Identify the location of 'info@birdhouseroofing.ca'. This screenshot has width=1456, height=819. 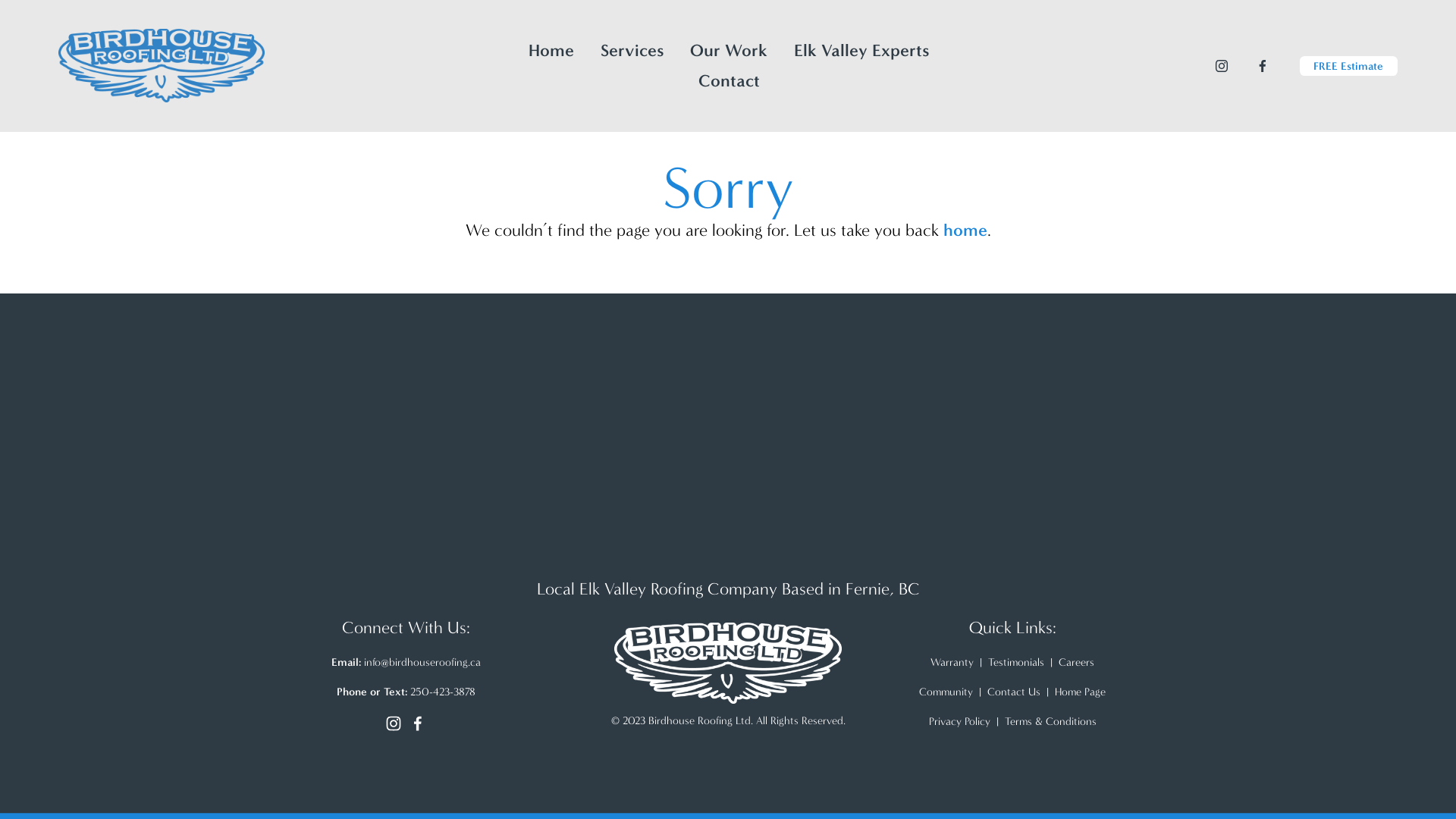
(422, 661).